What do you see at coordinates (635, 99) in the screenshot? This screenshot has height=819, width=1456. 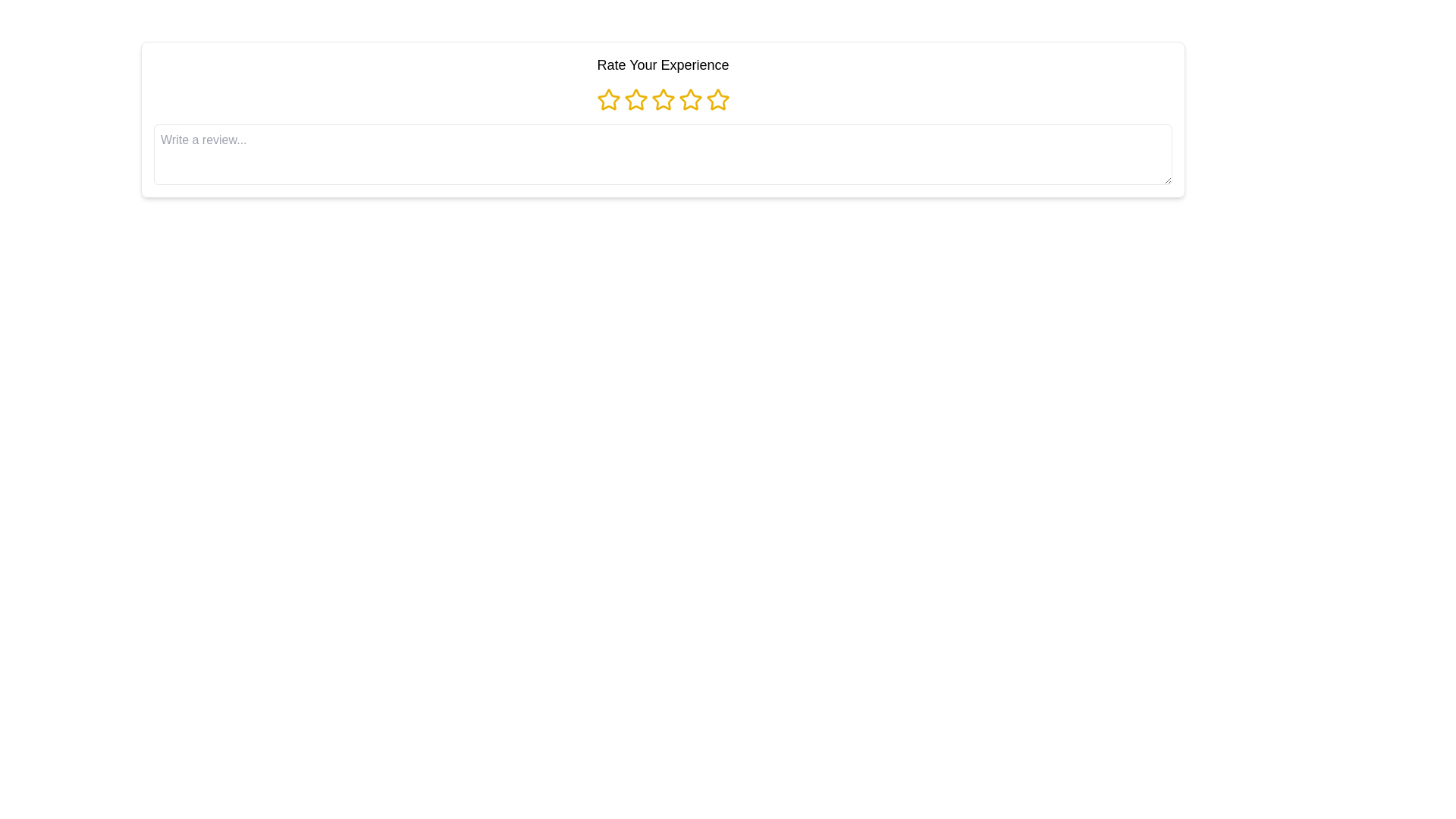 I see `the second star rating button in the 1-5 rating system, located below the 'Rate Your Experience' label` at bounding box center [635, 99].